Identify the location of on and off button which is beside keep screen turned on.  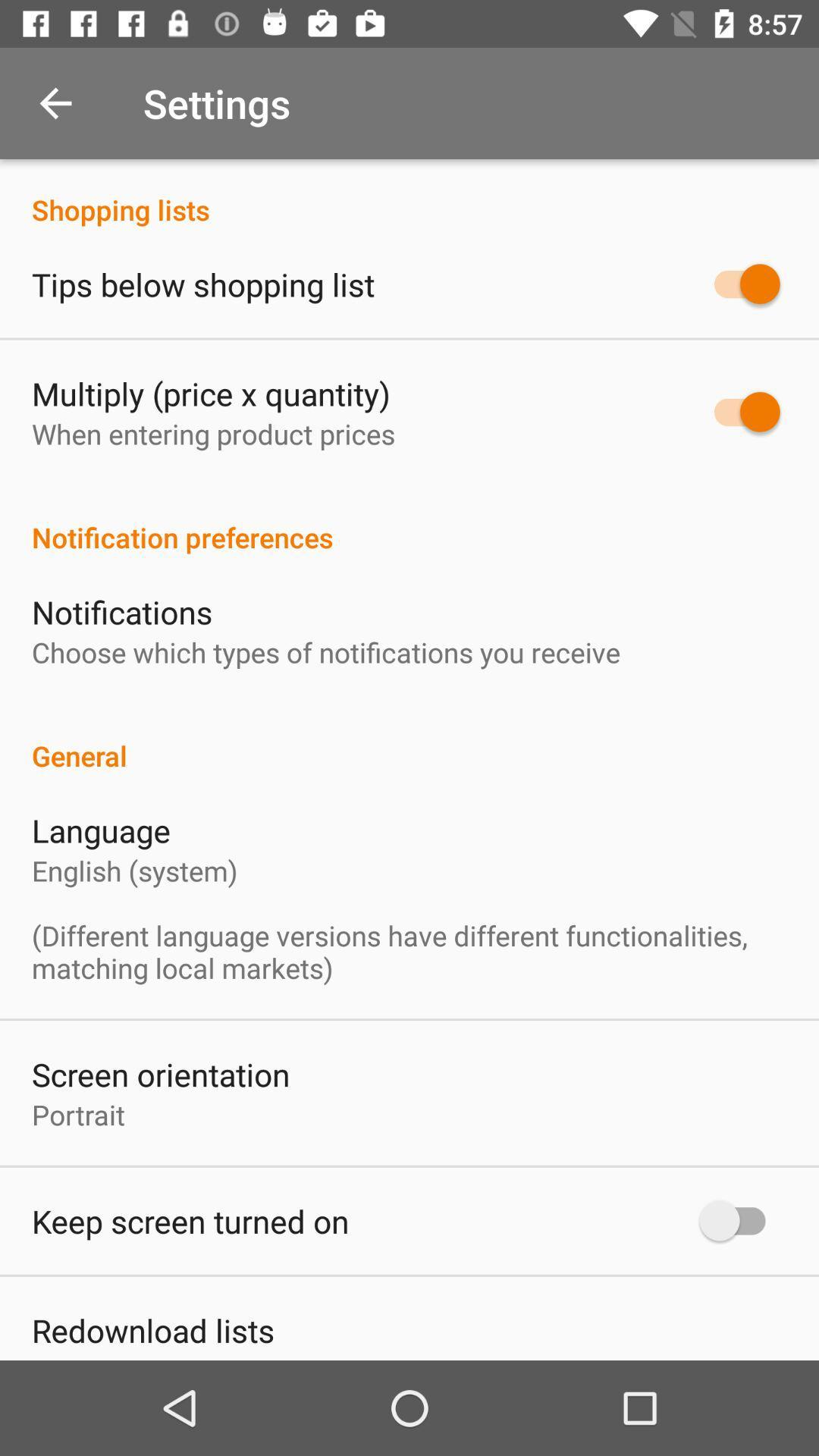
(739, 1220).